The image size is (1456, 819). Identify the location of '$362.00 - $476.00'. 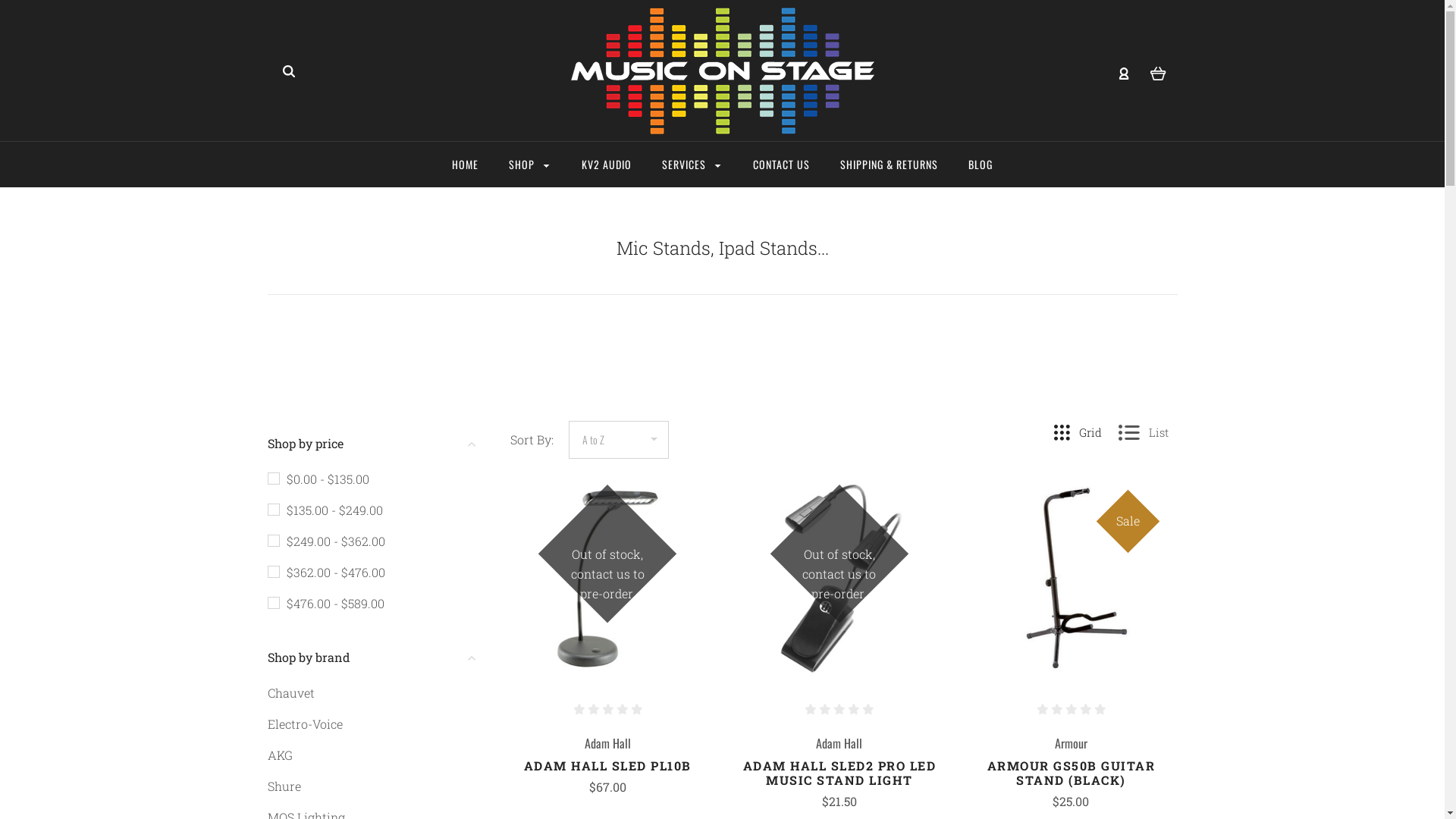
(325, 572).